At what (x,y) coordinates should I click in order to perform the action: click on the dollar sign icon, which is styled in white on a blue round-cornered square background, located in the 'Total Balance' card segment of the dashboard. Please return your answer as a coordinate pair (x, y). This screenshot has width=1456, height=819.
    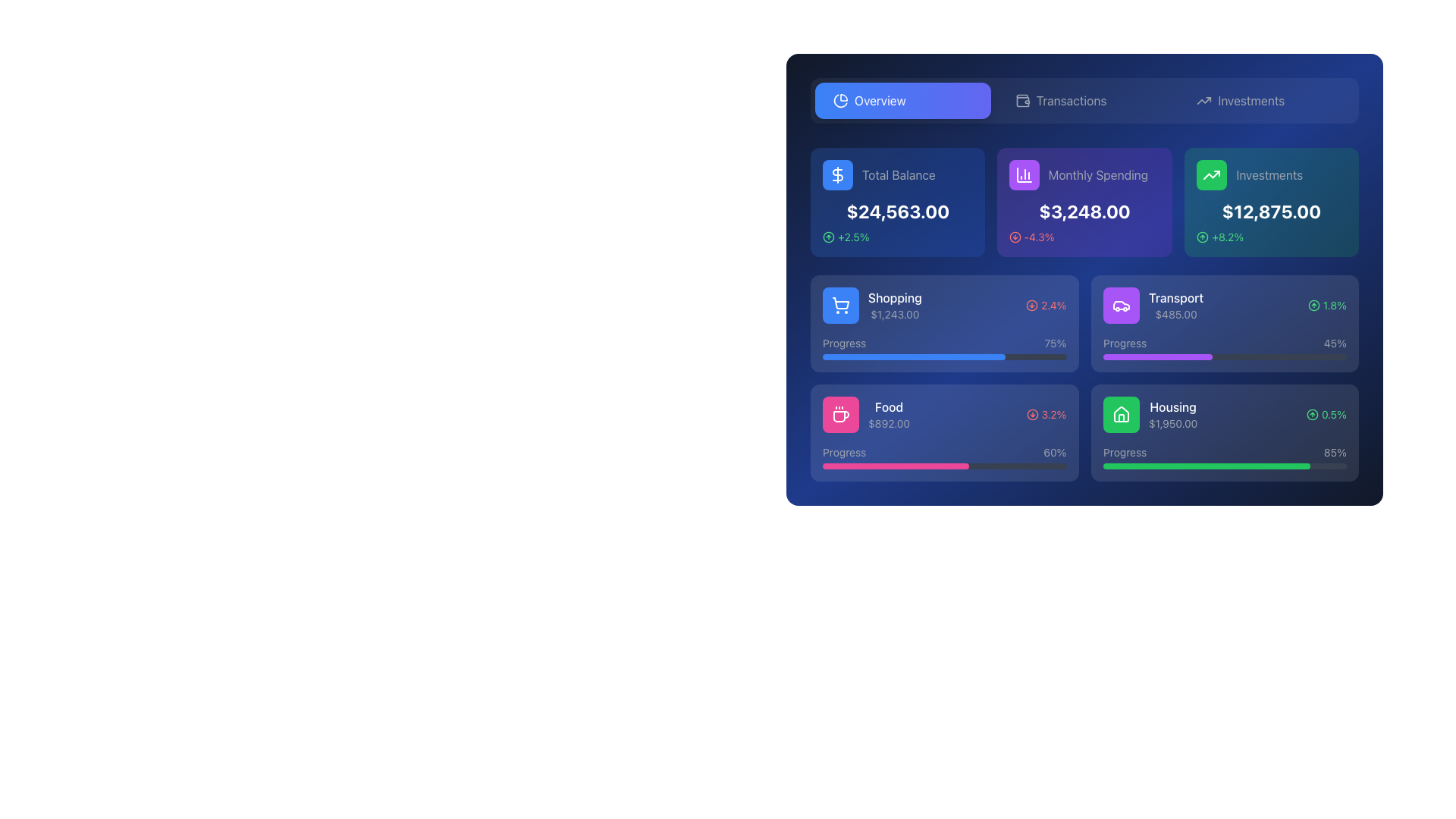
    Looking at the image, I should click on (836, 174).